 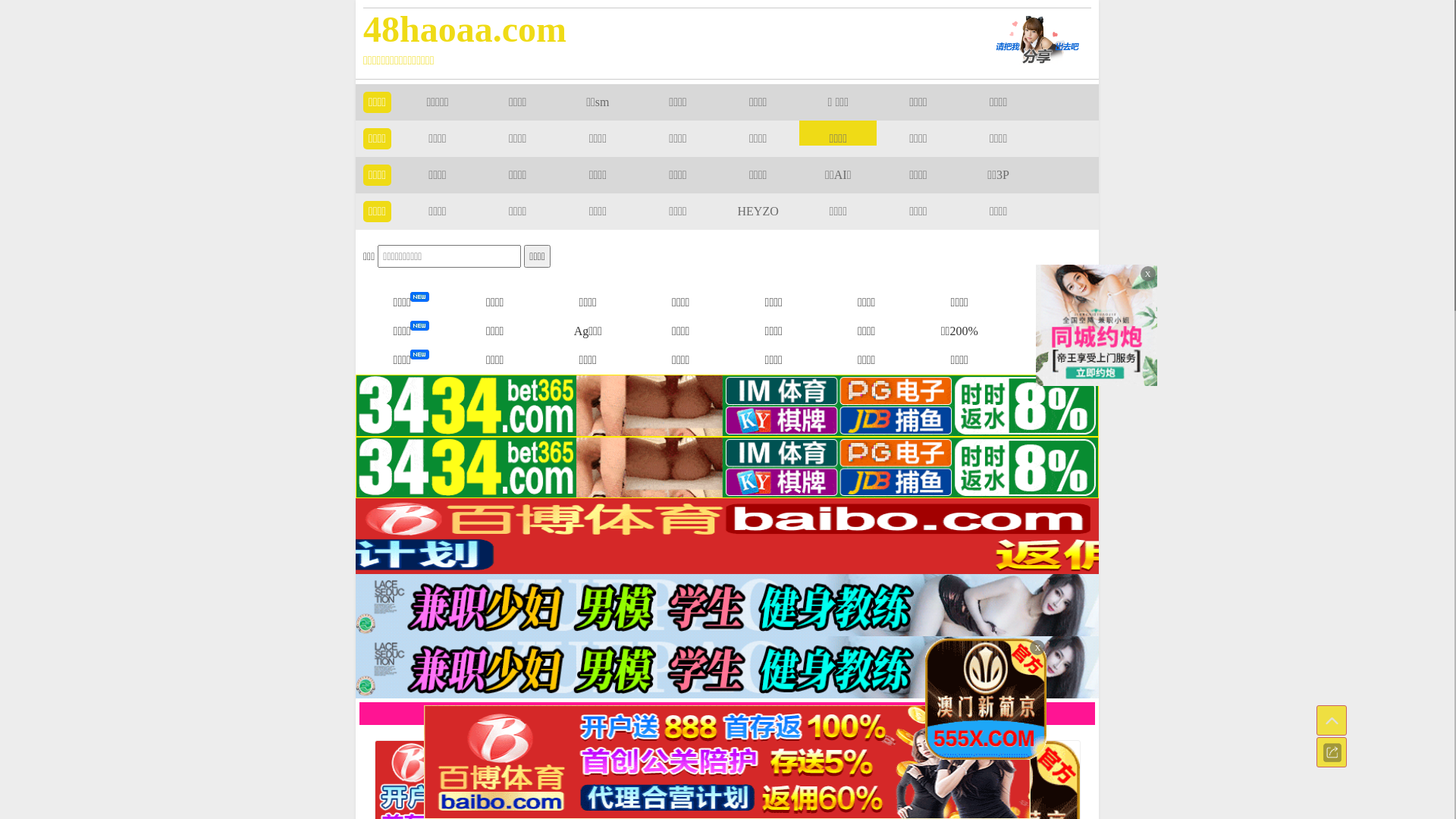 I want to click on 'HEYZO', so click(x=738, y=211).